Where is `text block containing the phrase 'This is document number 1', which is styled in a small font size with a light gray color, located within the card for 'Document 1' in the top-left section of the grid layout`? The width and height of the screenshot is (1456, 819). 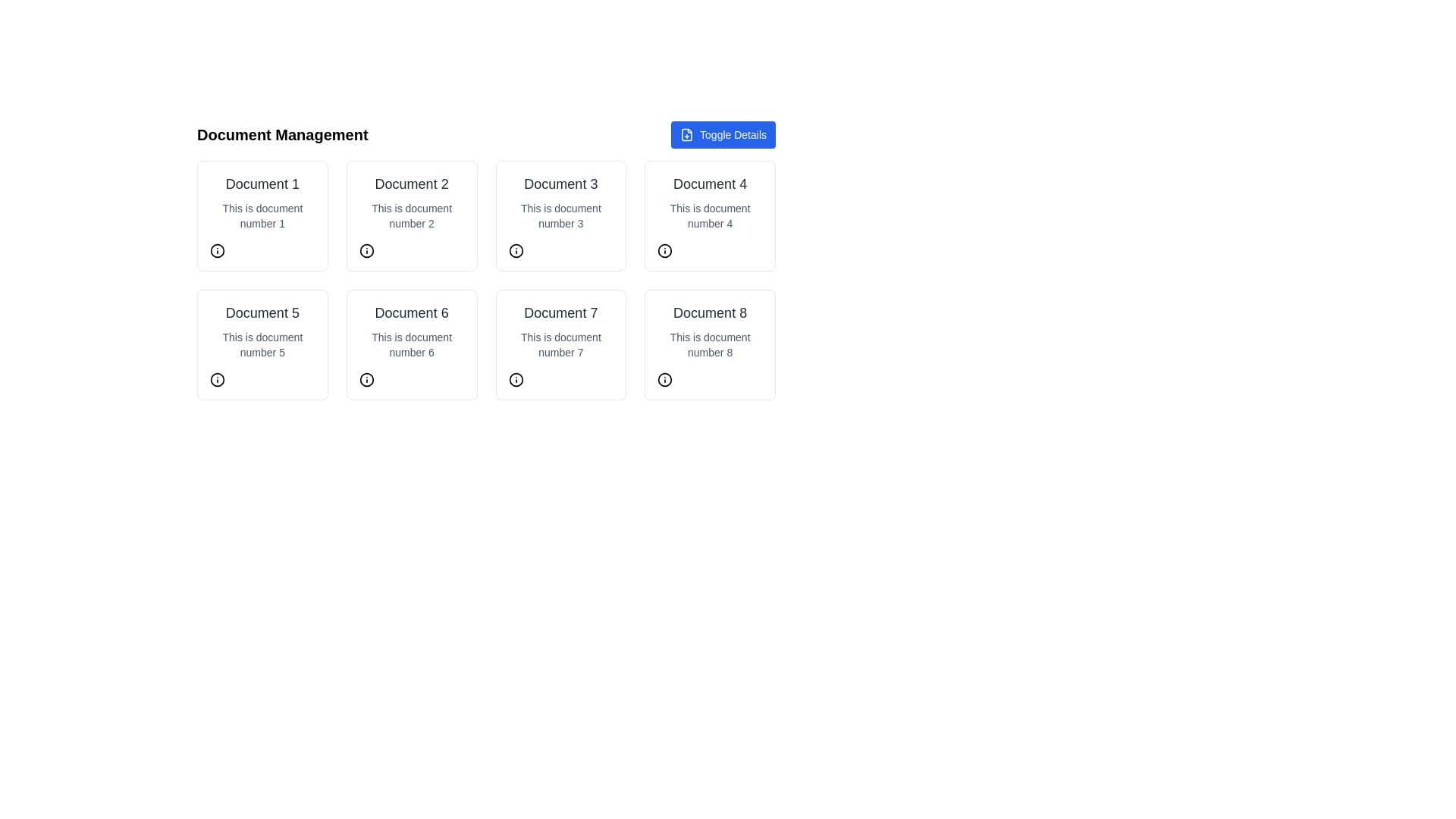
text block containing the phrase 'This is document number 1', which is styled in a small font size with a light gray color, located within the card for 'Document 1' in the top-left section of the grid layout is located at coordinates (262, 216).